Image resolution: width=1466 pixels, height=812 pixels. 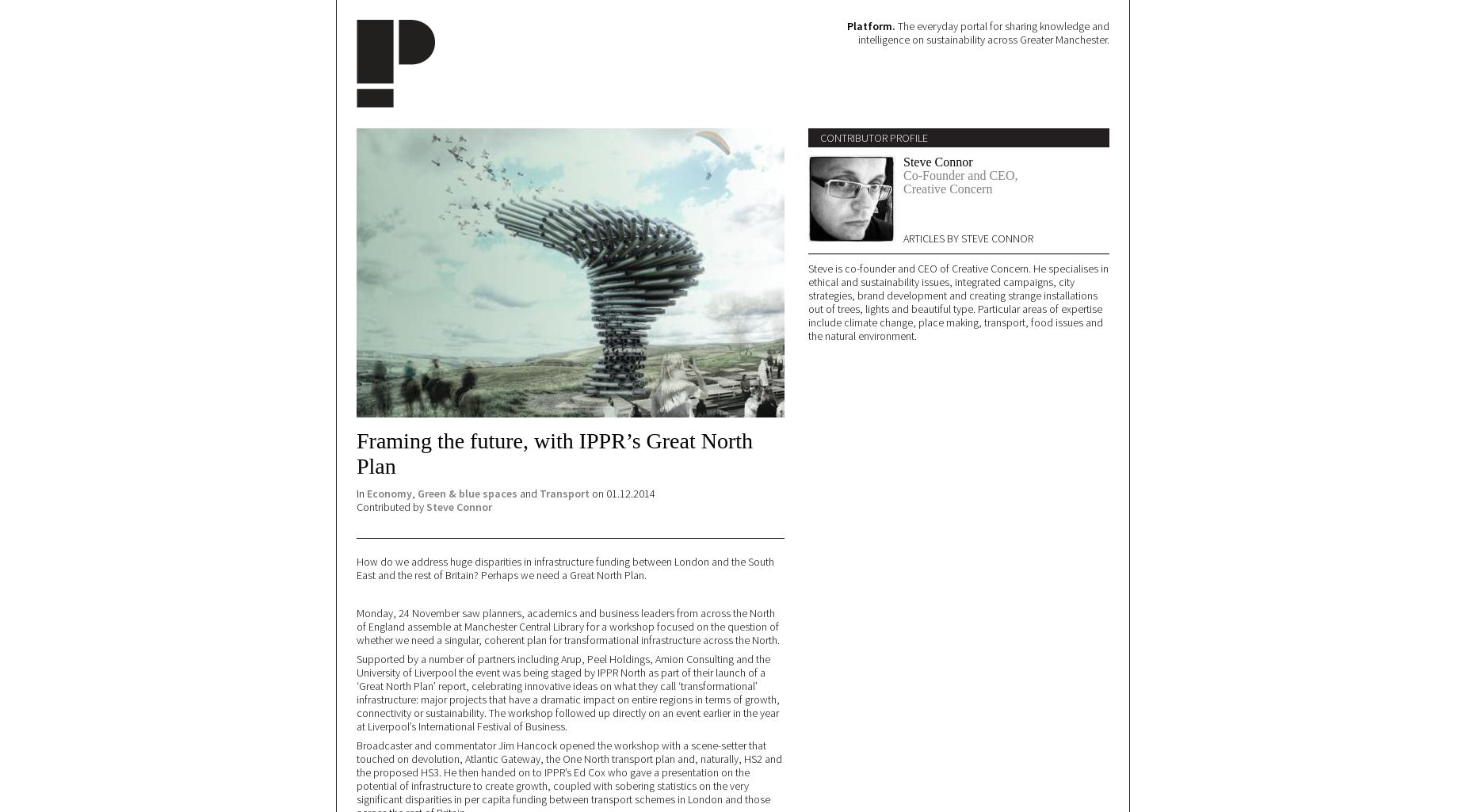 I want to click on 'Contributed by', so click(x=391, y=506).